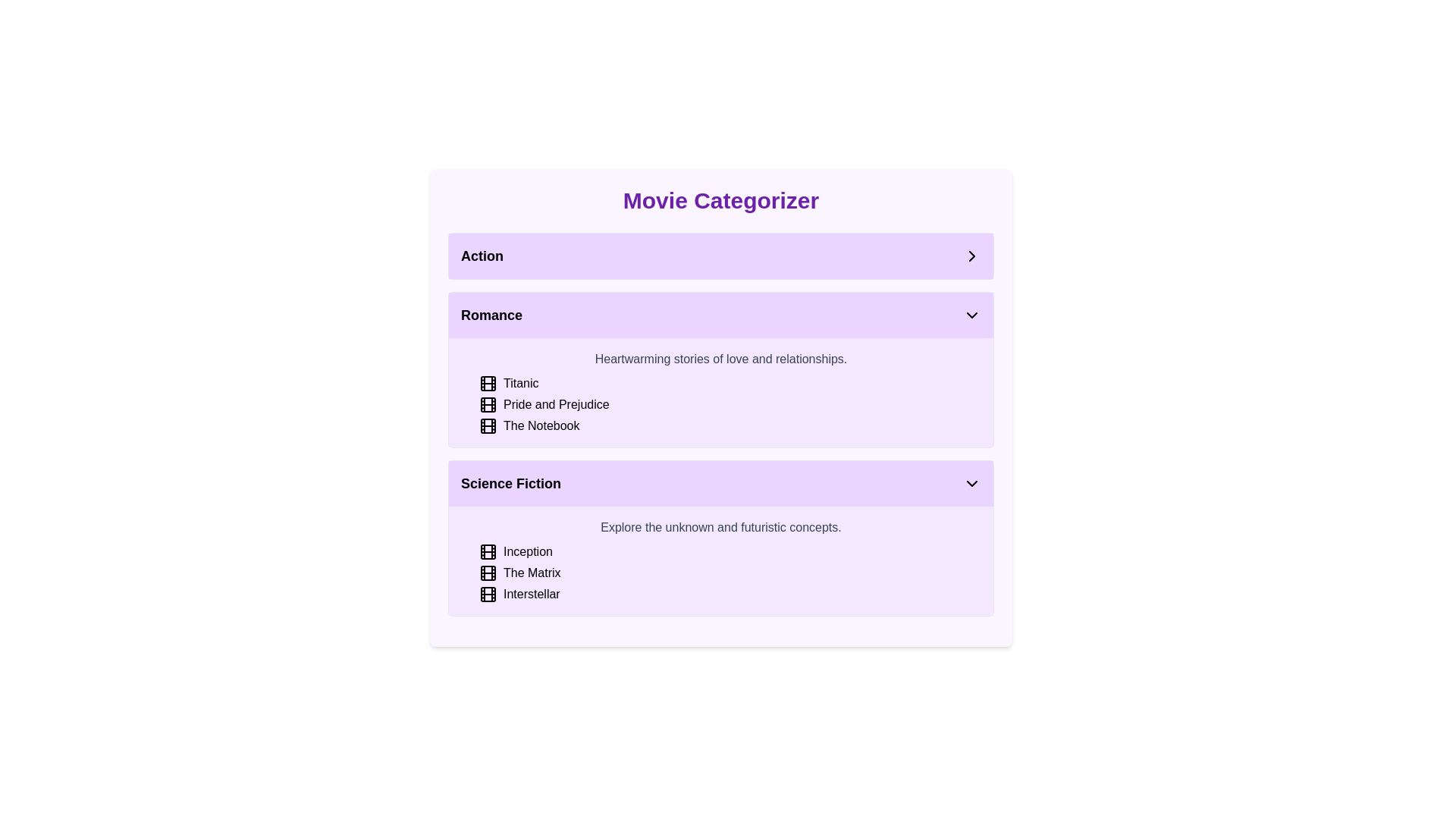 The width and height of the screenshot is (1456, 819). I want to click on the small rectangle with rounded corners styled as part of the SVG graphic, representing a filmstrip segment adjacent to the text label for 'Inception' in the 'Science Fiction' category, so click(488, 552).